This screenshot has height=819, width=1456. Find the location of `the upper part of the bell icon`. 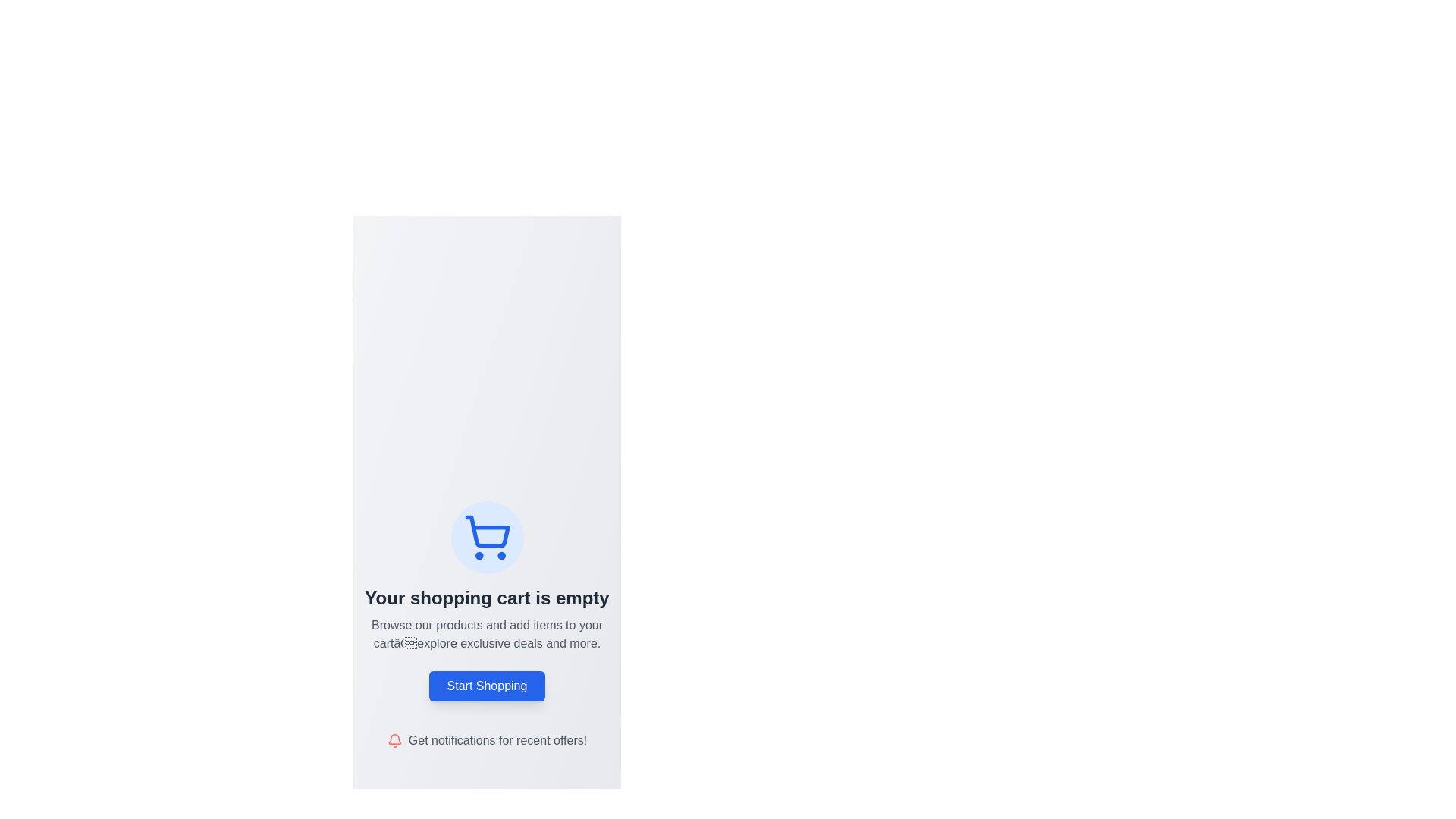

the upper part of the bell icon is located at coordinates (394, 738).